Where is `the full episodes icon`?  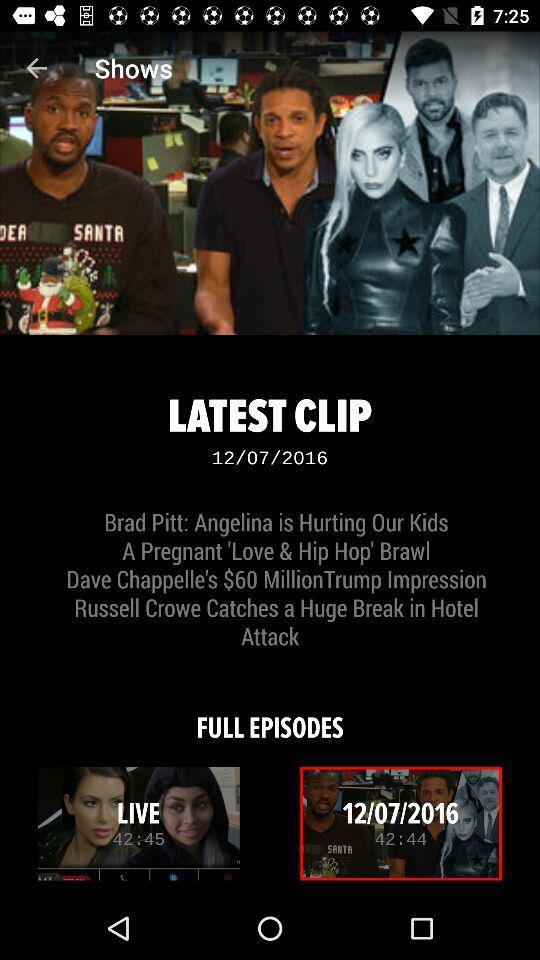
the full episodes icon is located at coordinates (270, 714).